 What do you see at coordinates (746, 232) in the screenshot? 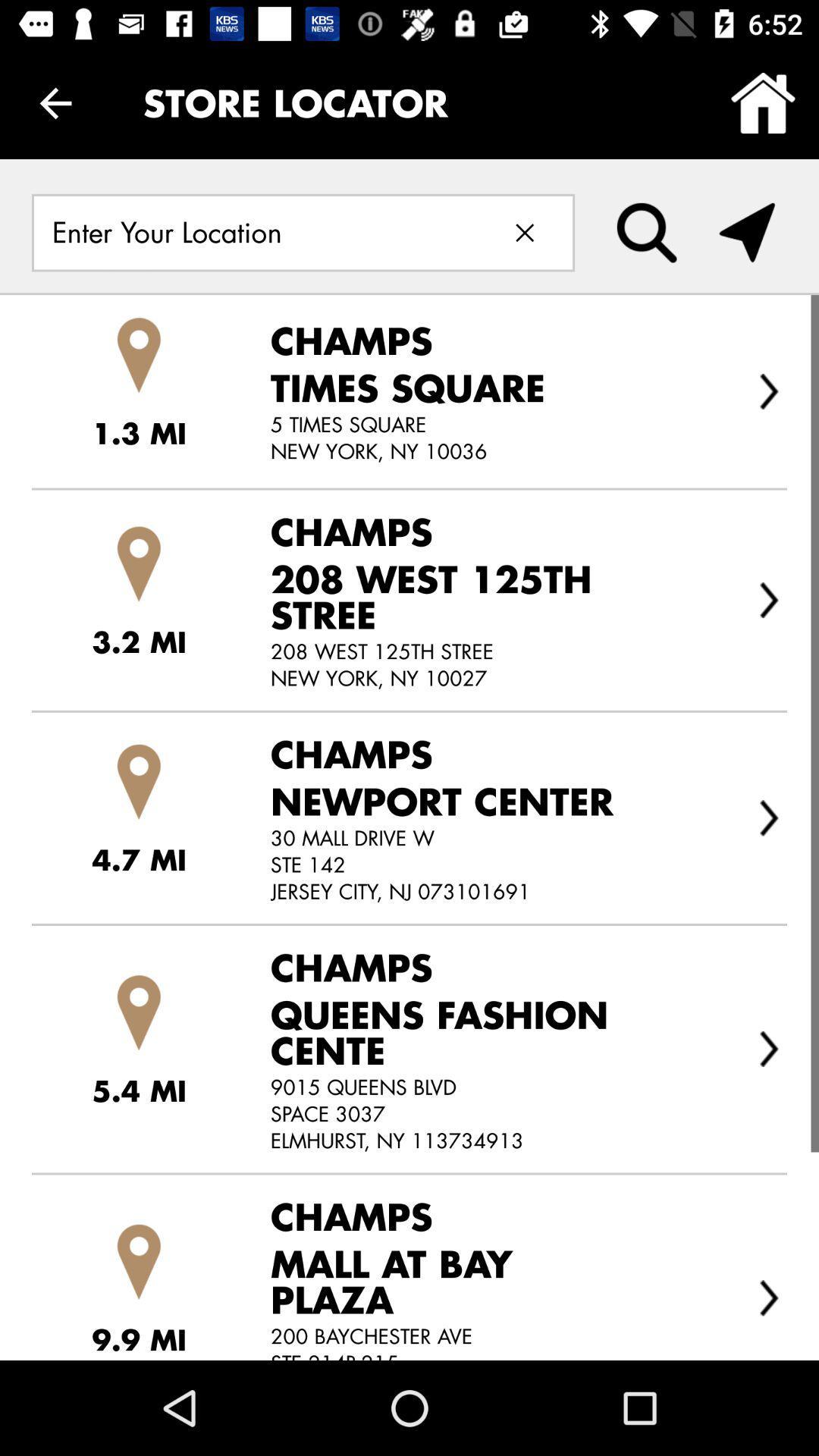
I see `map` at bounding box center [746, 232].